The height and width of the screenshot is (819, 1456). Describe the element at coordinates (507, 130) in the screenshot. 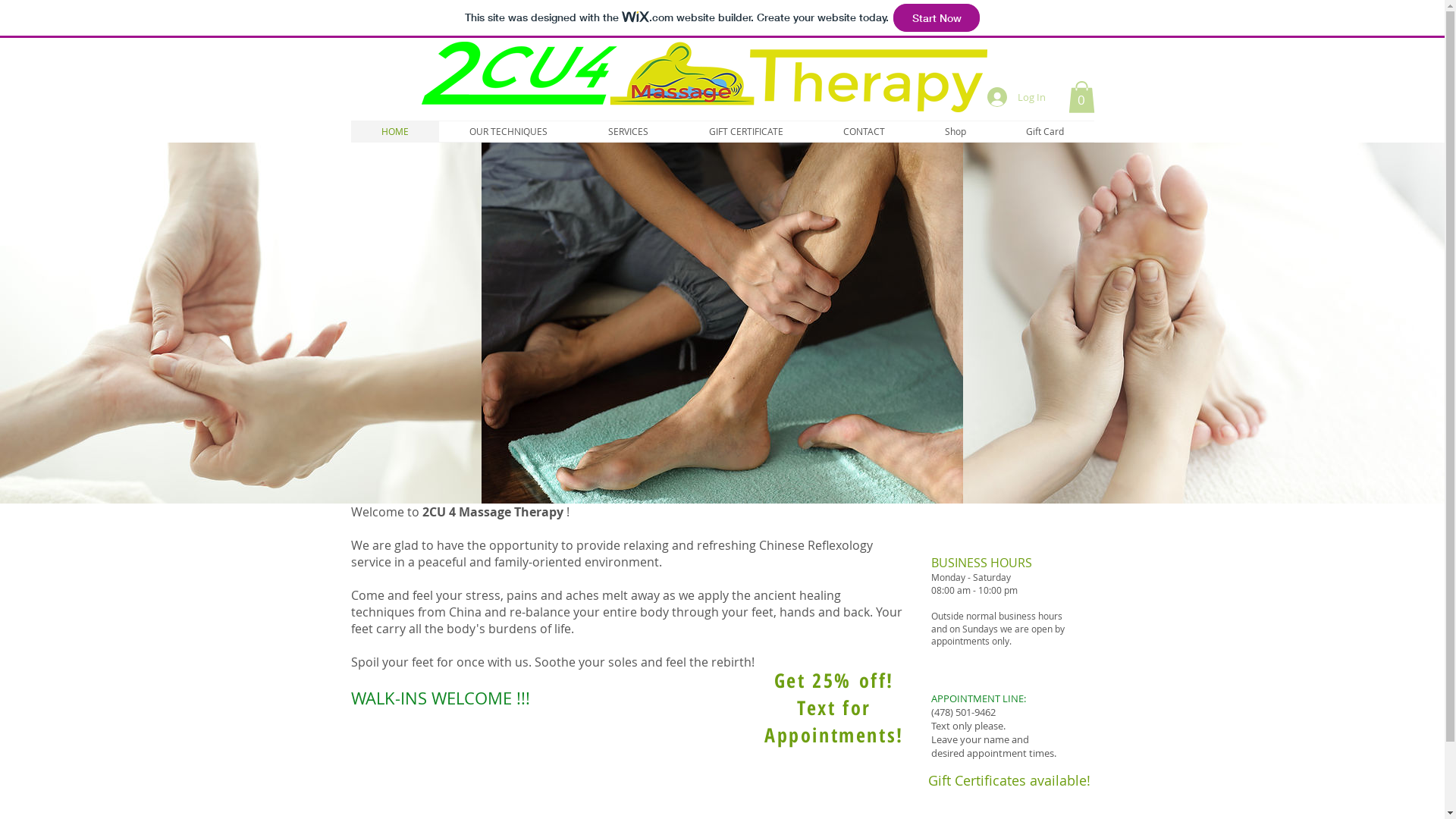

I see `'OUR TECHNIQUES'` at that location.